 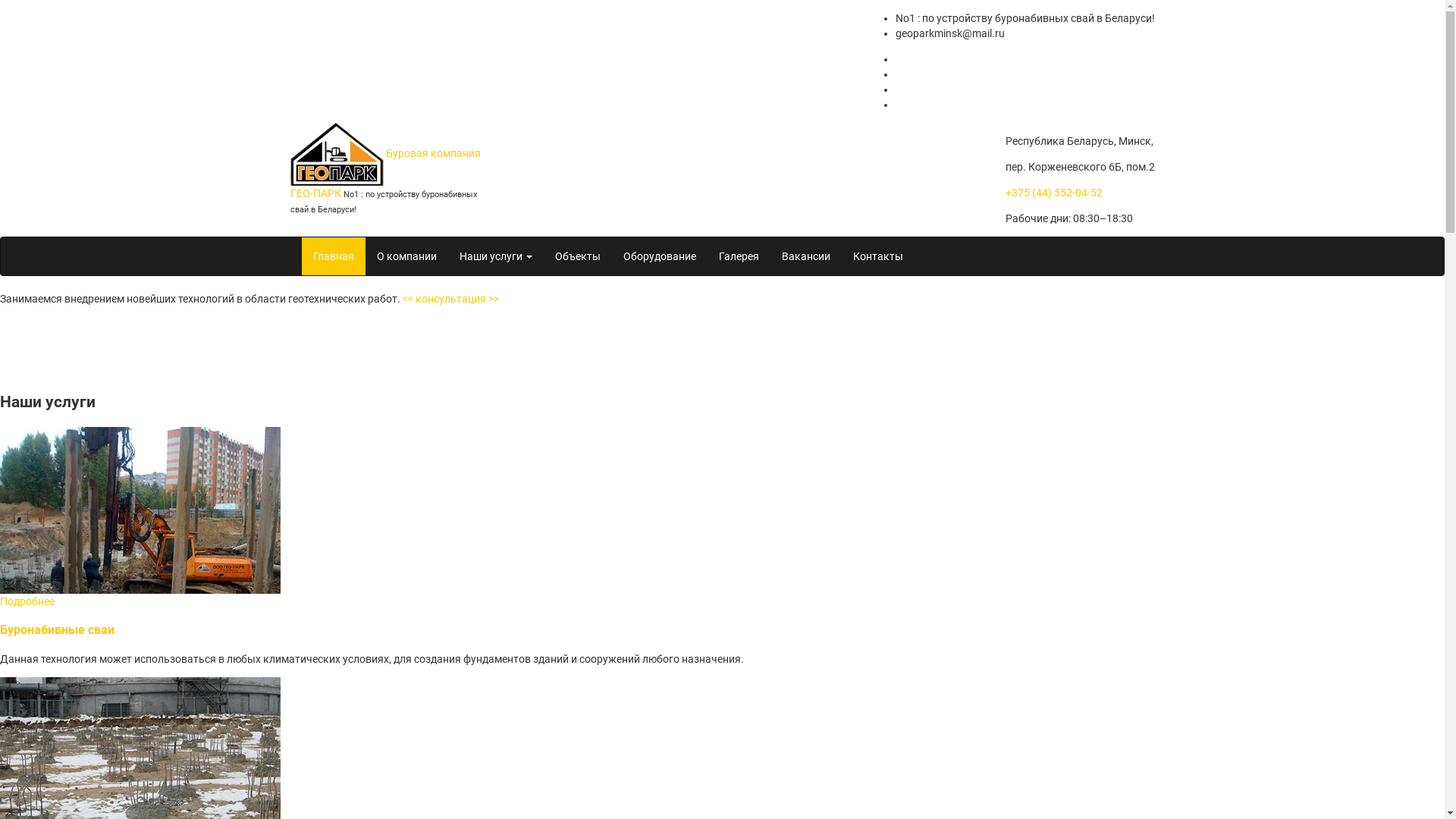 I want to click on '+375 (44) 552-04-52', so click(x=1053, y=192).